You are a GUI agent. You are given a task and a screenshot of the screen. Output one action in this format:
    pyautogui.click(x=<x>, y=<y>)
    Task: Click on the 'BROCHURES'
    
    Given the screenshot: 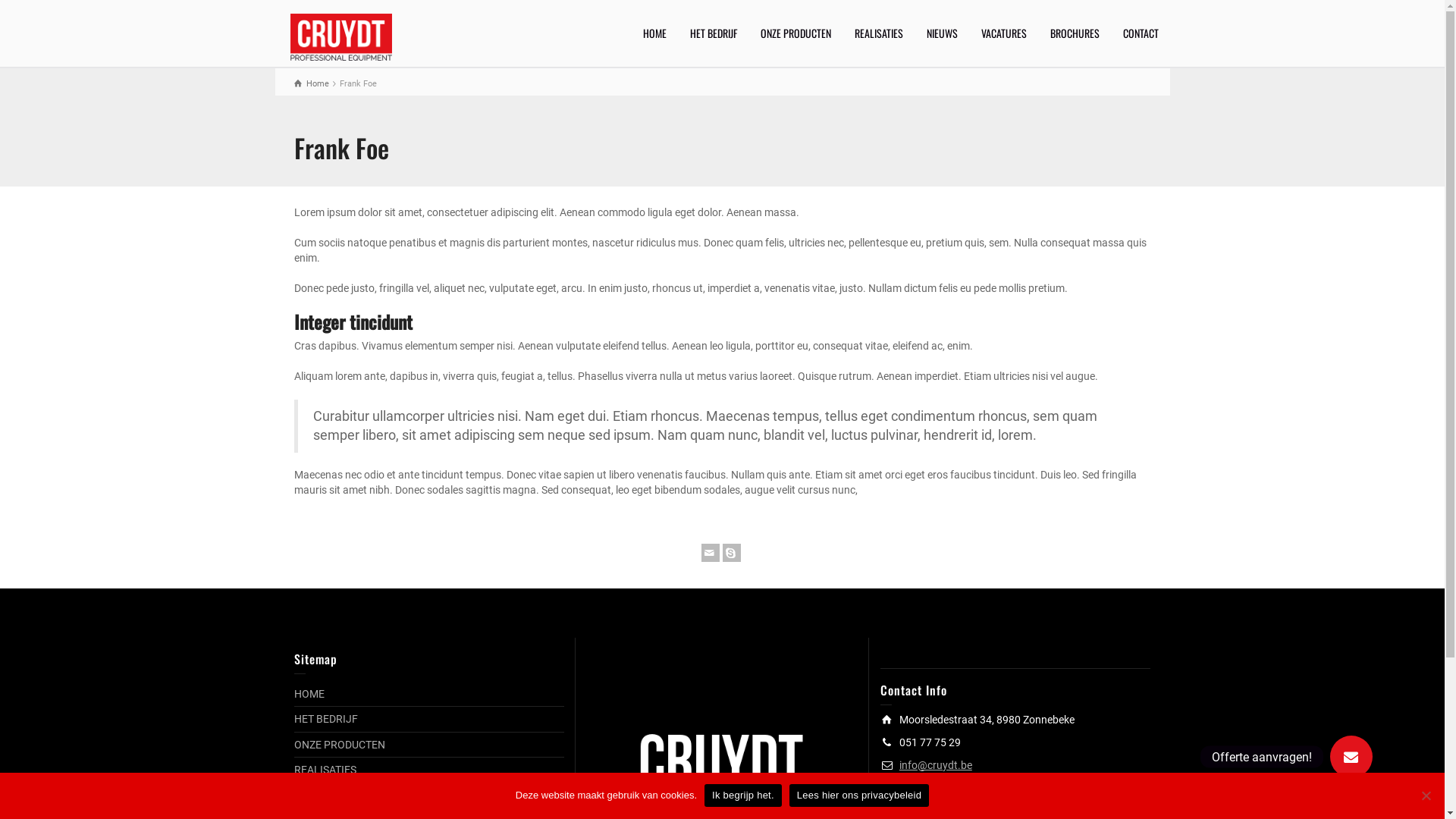 What is the action you would take?
    pyautogui.click(x=1074, y=33)
    